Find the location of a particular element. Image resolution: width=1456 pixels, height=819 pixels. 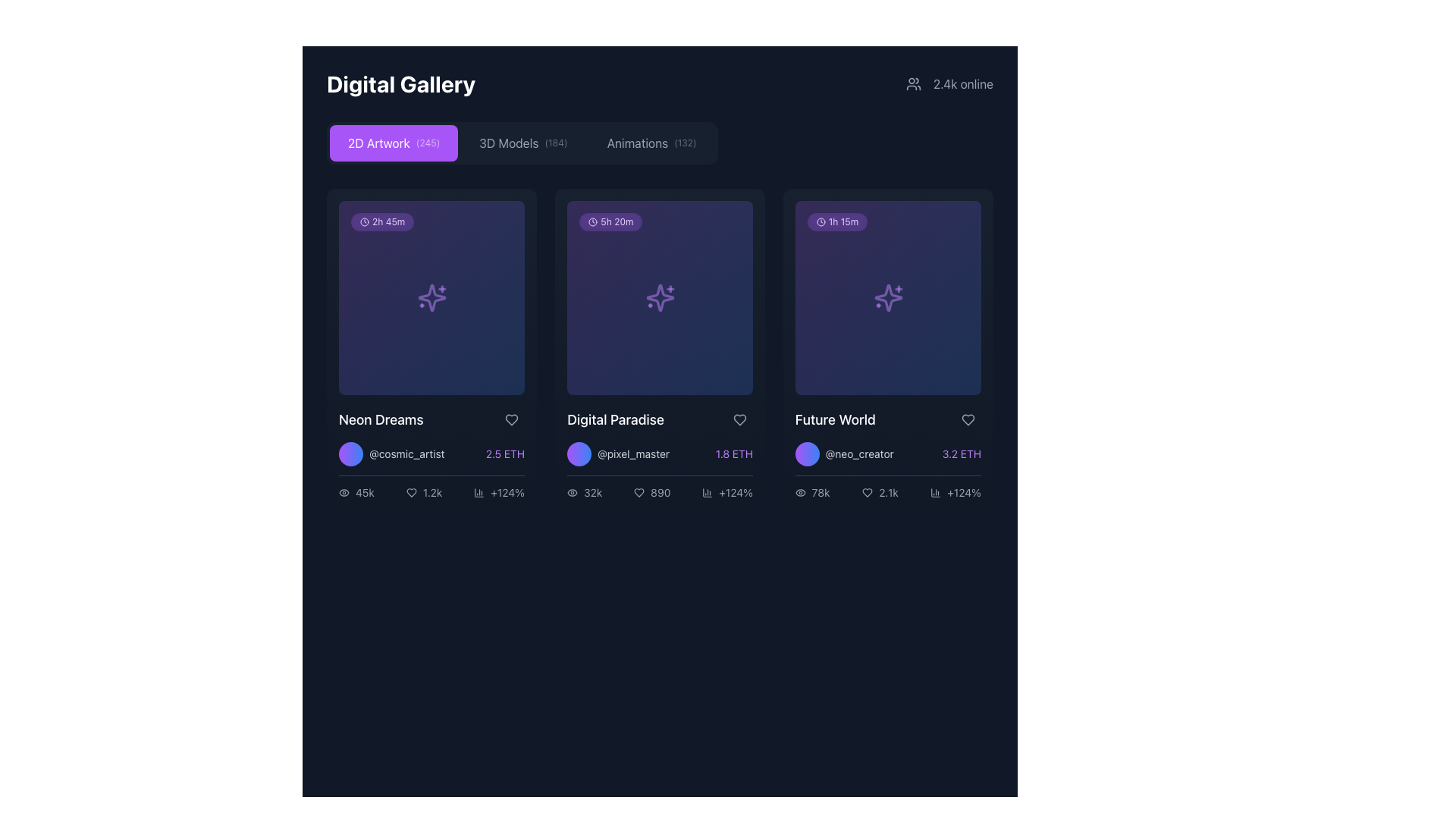

the 'Animations(132)' tab to change its appearance from gray to white text on a dark gray background is located at coordinates (651, 143).